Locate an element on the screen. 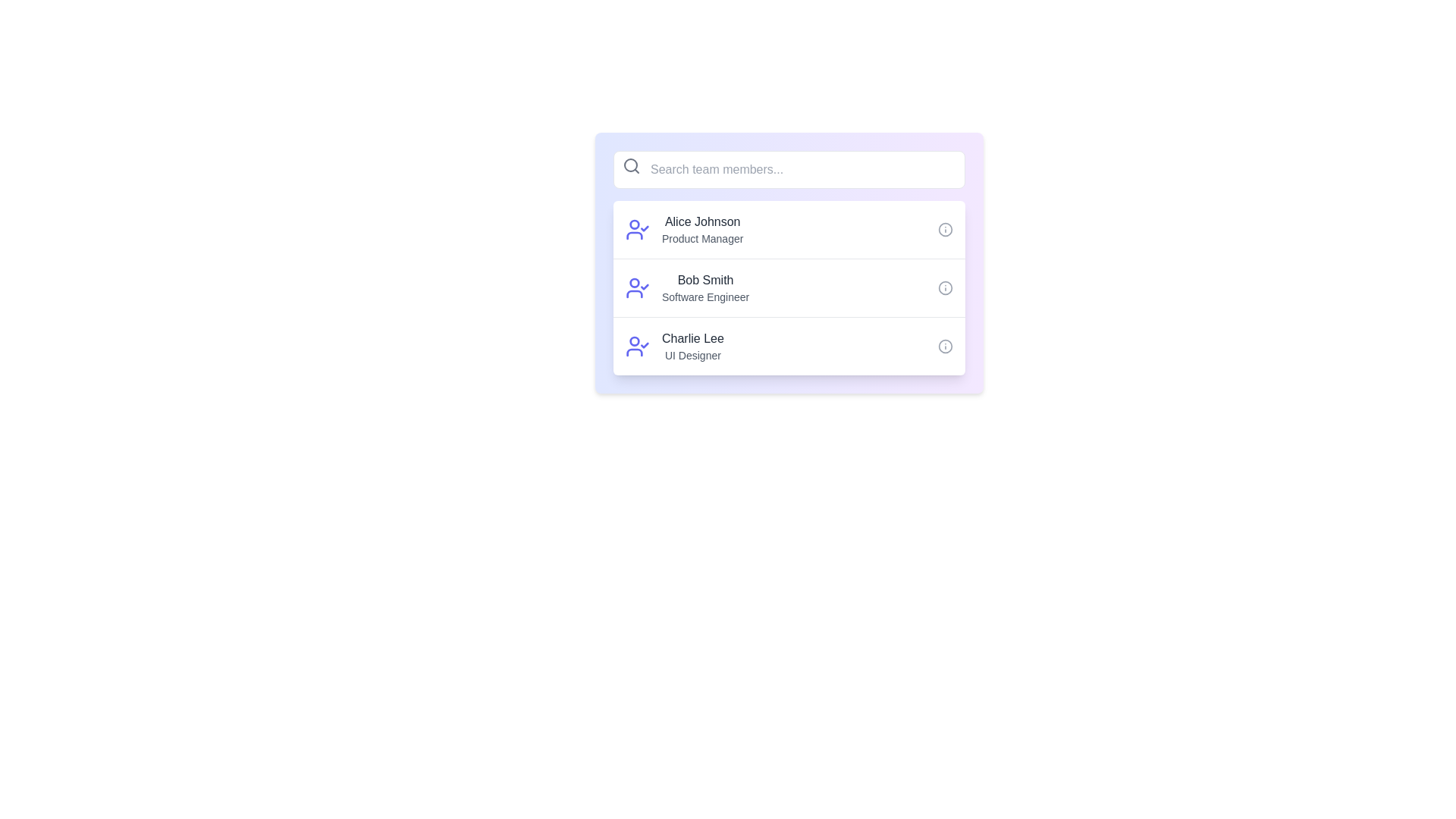  graphical line element that is part of the SVG icon representing a human silhouette with a checkmark, located in the third row of the list layout containing 'Charlie Lee' and 'UI Designer' is located at coordinates (634, 353).